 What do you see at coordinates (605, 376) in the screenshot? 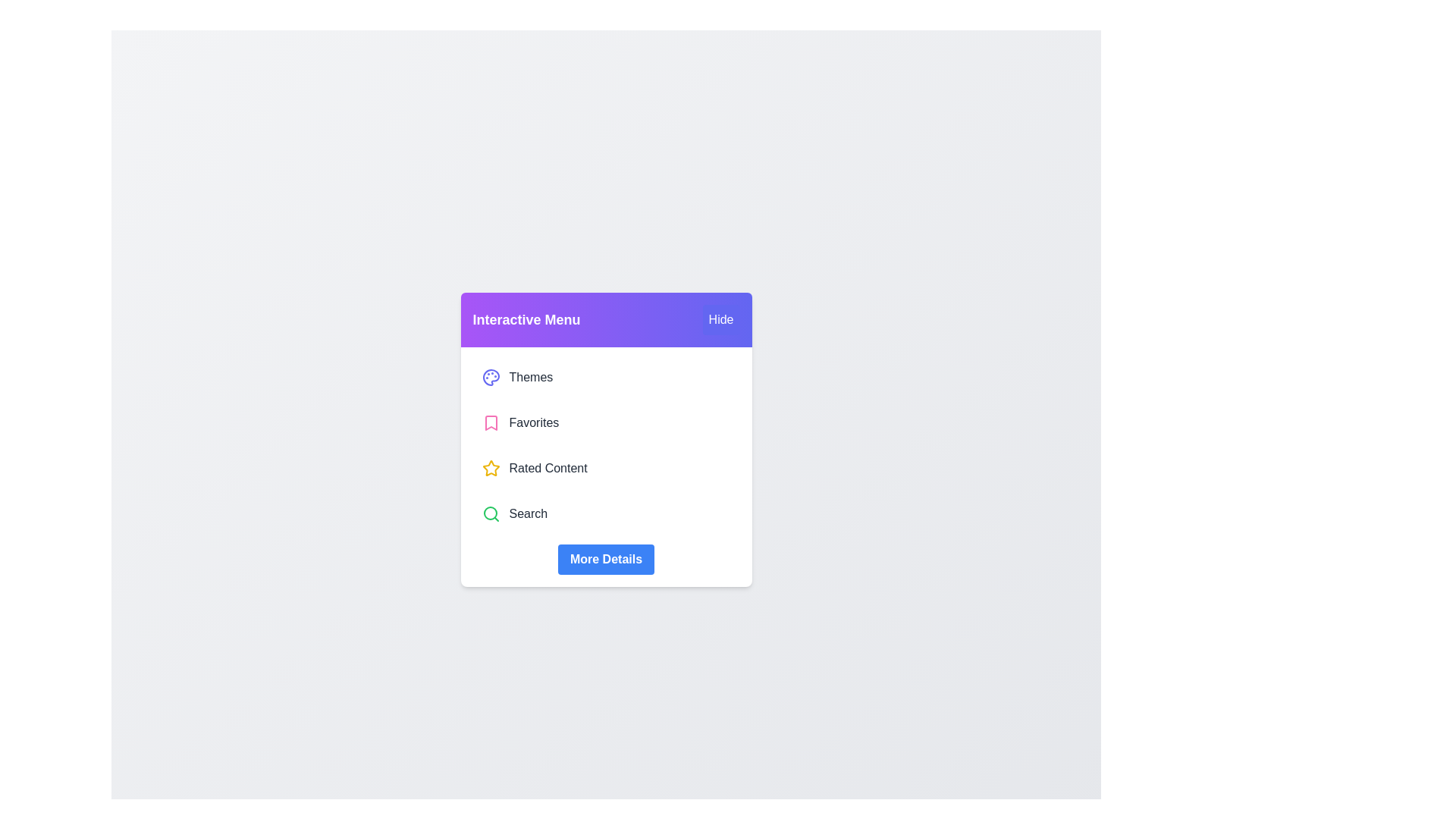
I see `the menu item labeled Themes to observe its hover effect` at bounding box center [605, 376].